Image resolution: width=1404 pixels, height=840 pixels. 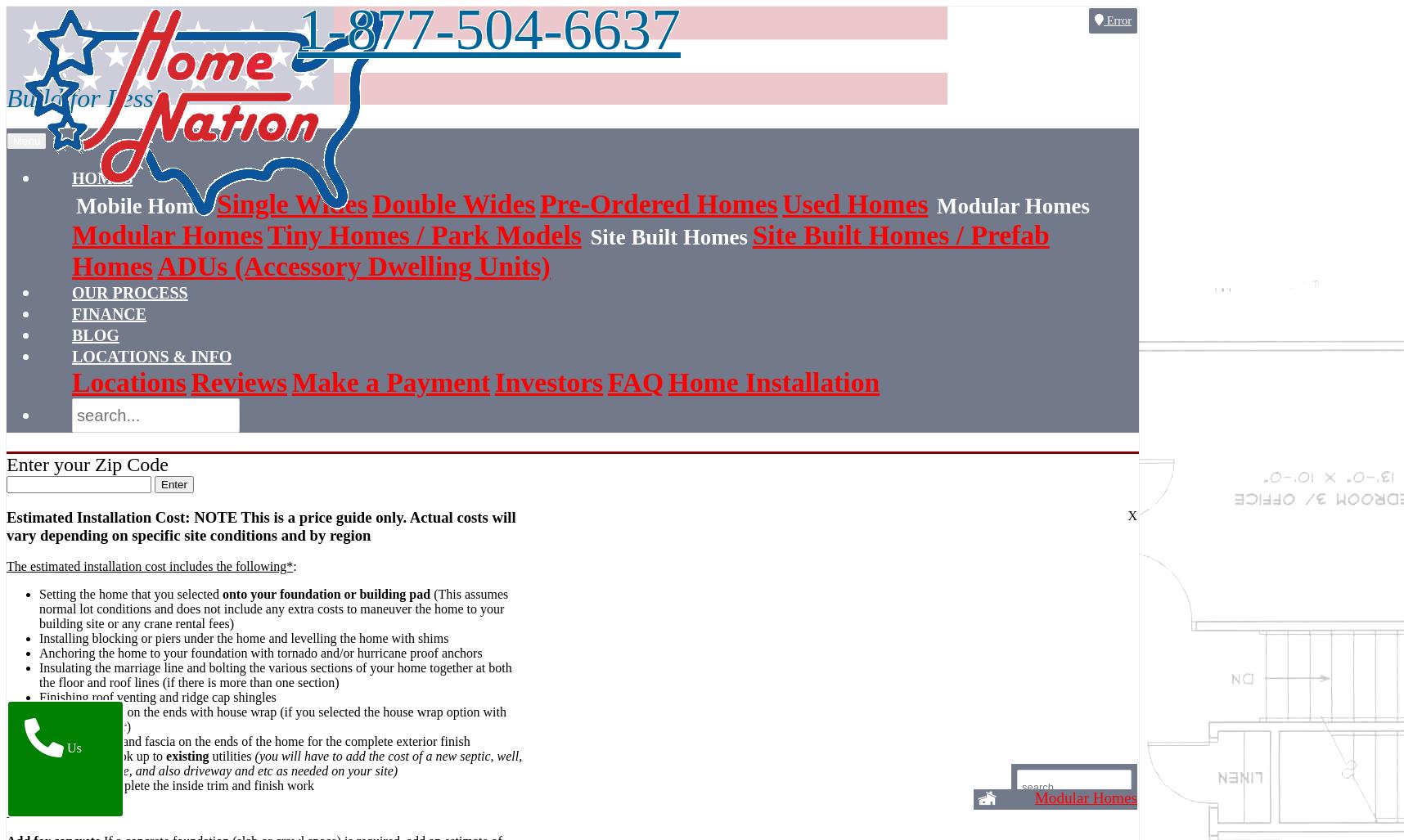 I want to click on 'Build for Less!', so click(x=83, y=97).